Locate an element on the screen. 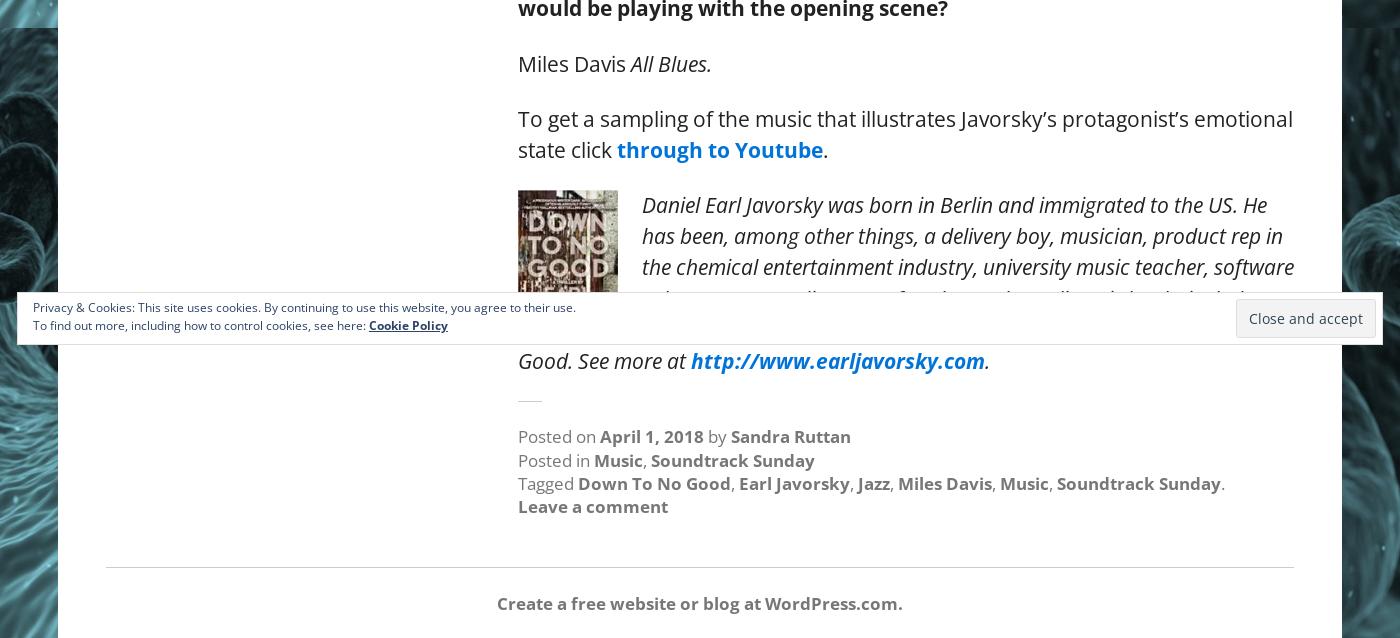  'Jazz' is located at coordinates (874, 482).